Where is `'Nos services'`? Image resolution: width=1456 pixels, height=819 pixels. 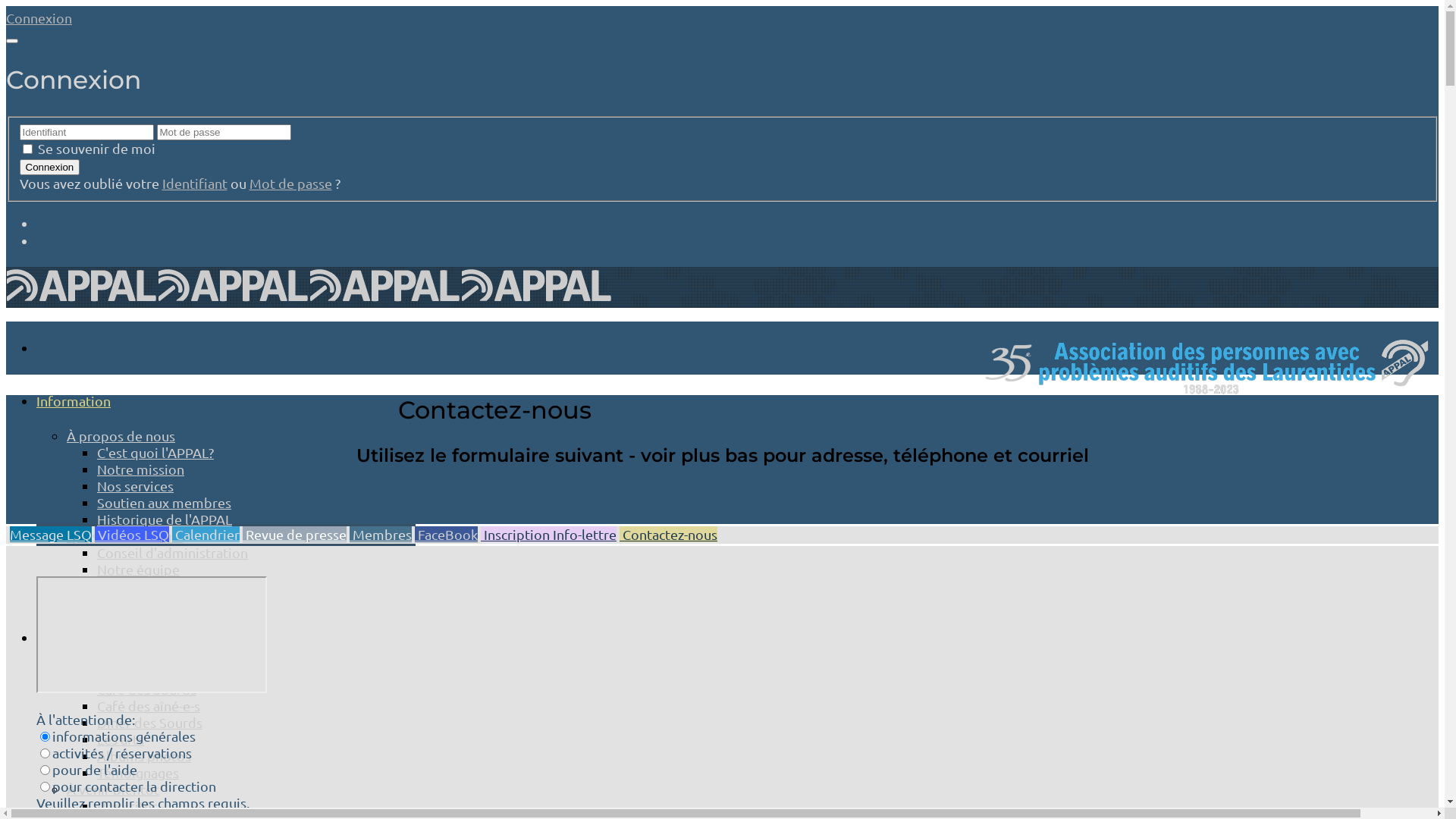 'Nos services' is located at coordinates (135, 485).